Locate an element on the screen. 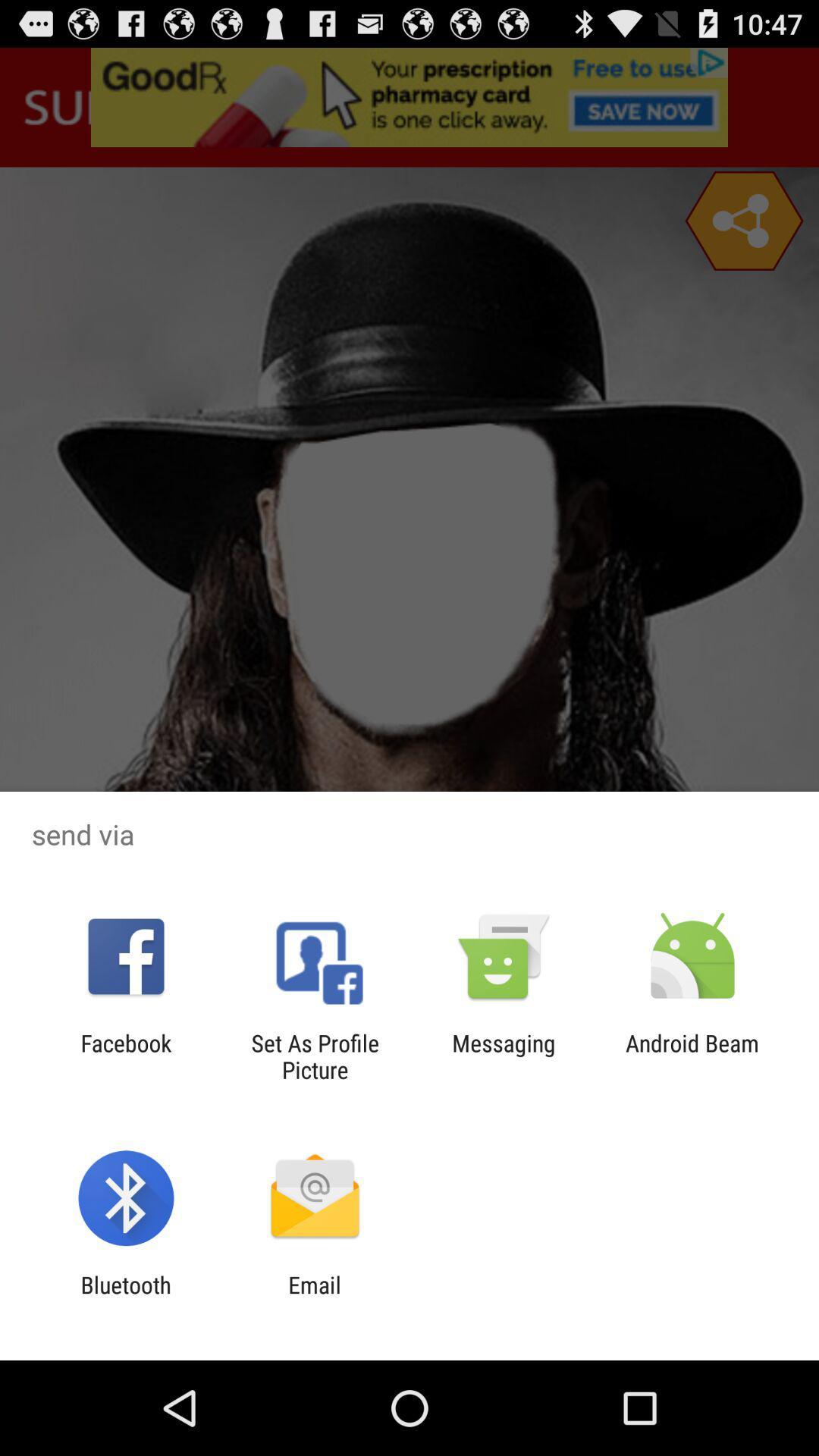 This screenshot has width=819, height=1456. facebook icon is located at coordinates (125, 1056).